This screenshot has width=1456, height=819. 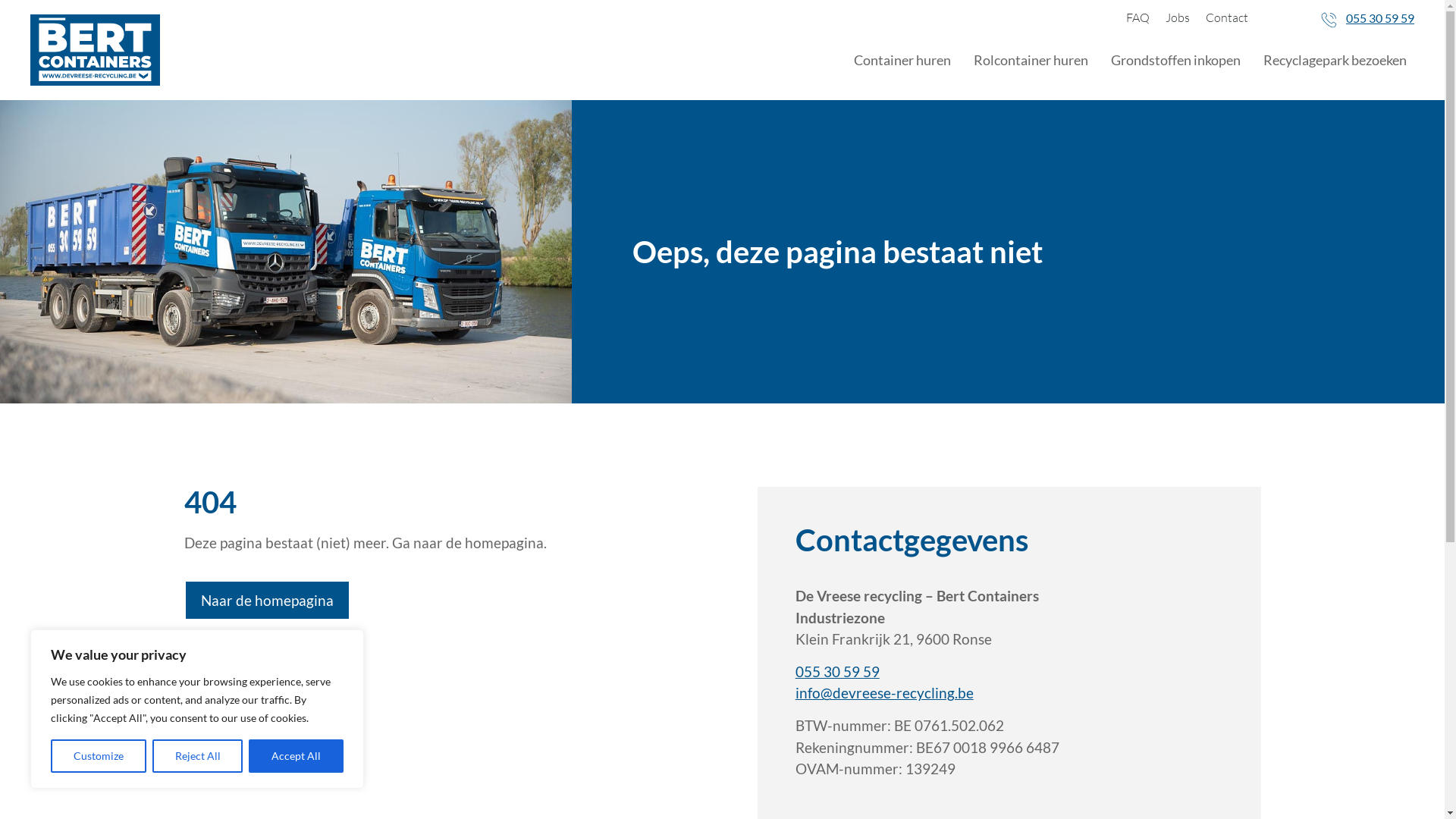 I want to click on 'Recyclagepark bezoeken', so click(x=1263, y=58).